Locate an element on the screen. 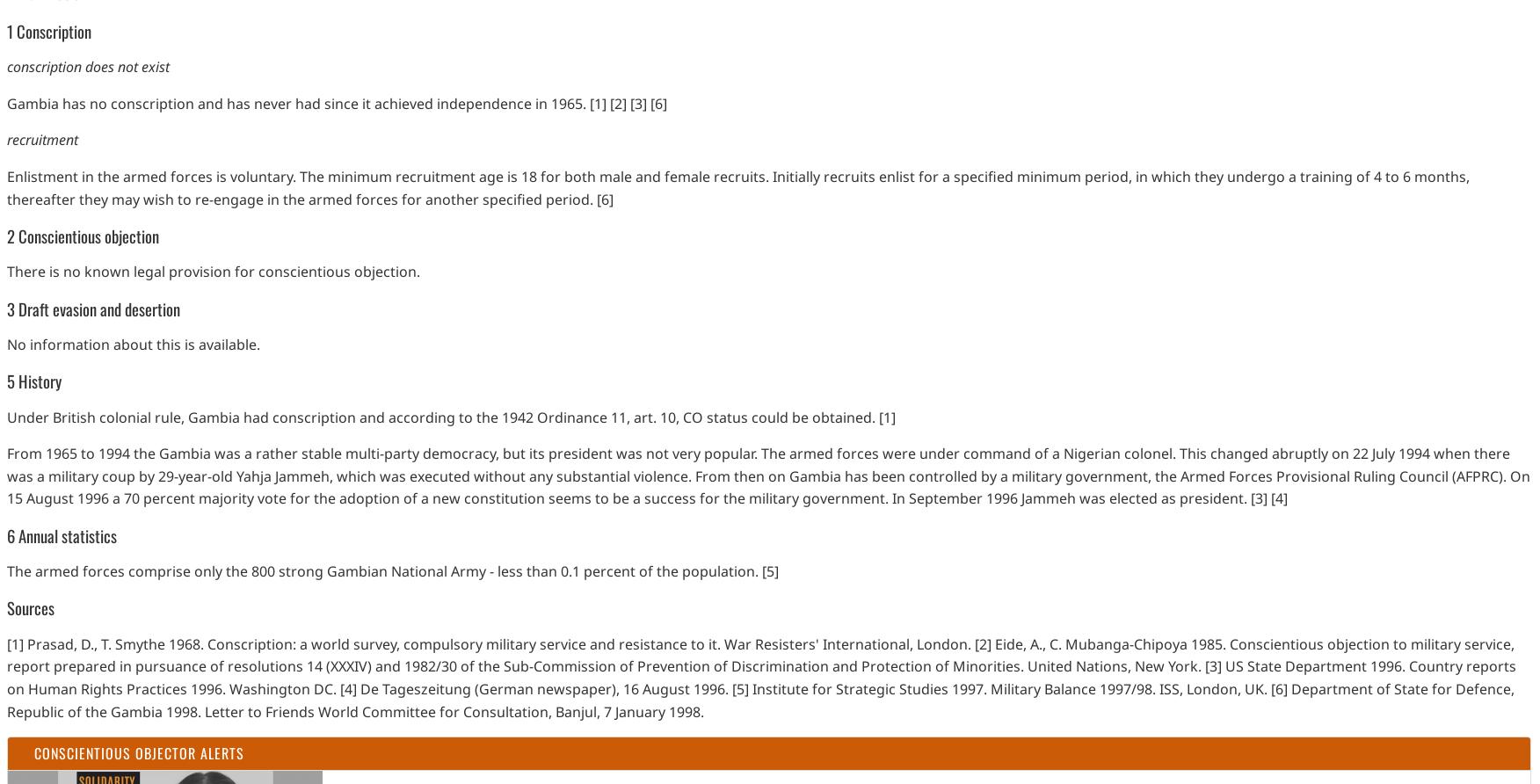 This screenshot has width=1540, height=784. 'recruitment' is located at coordinates (42, 139).